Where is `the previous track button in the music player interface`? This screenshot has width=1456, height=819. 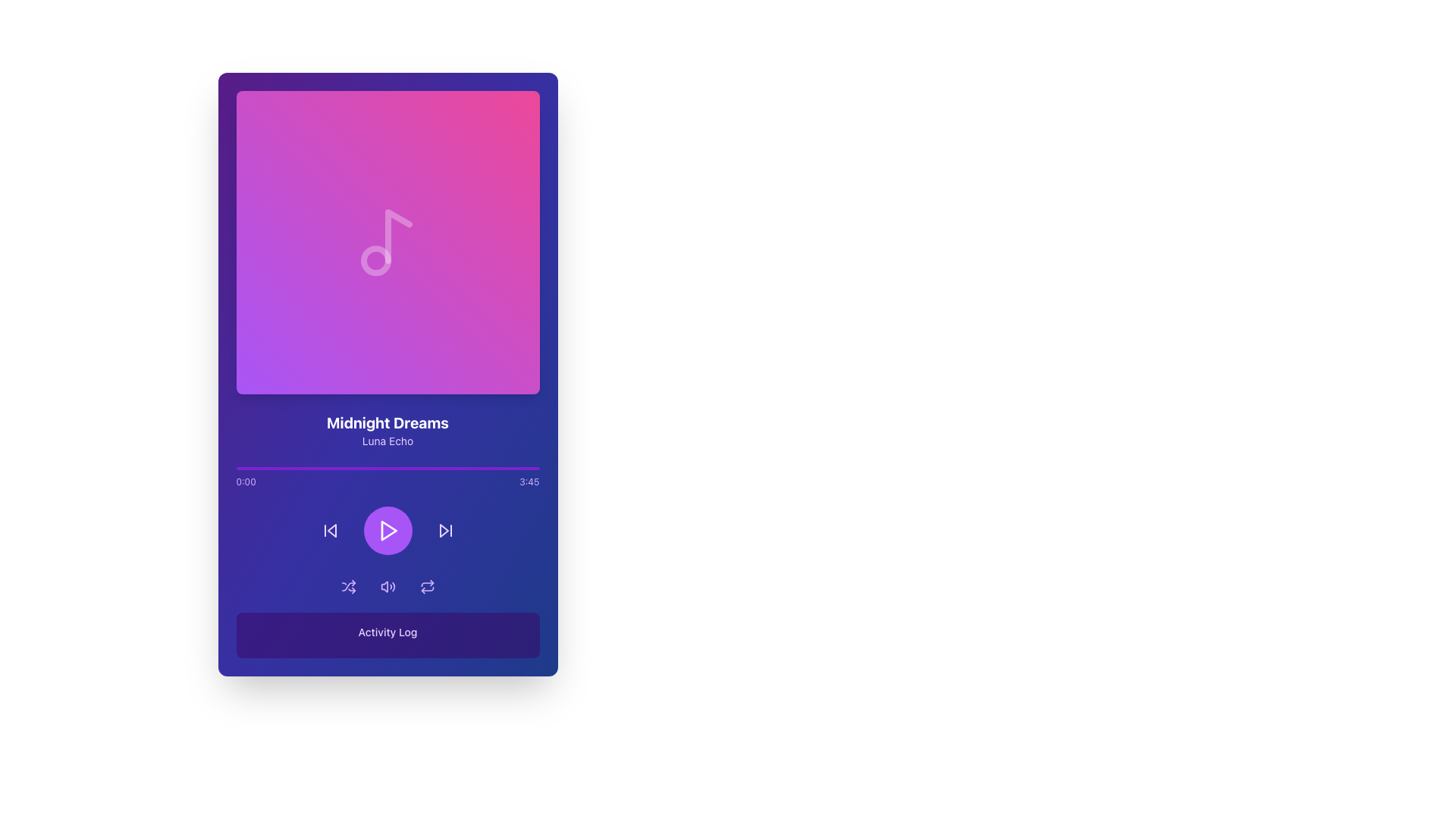 the previous track button in the music player interface is located at coordinates (331, 529).